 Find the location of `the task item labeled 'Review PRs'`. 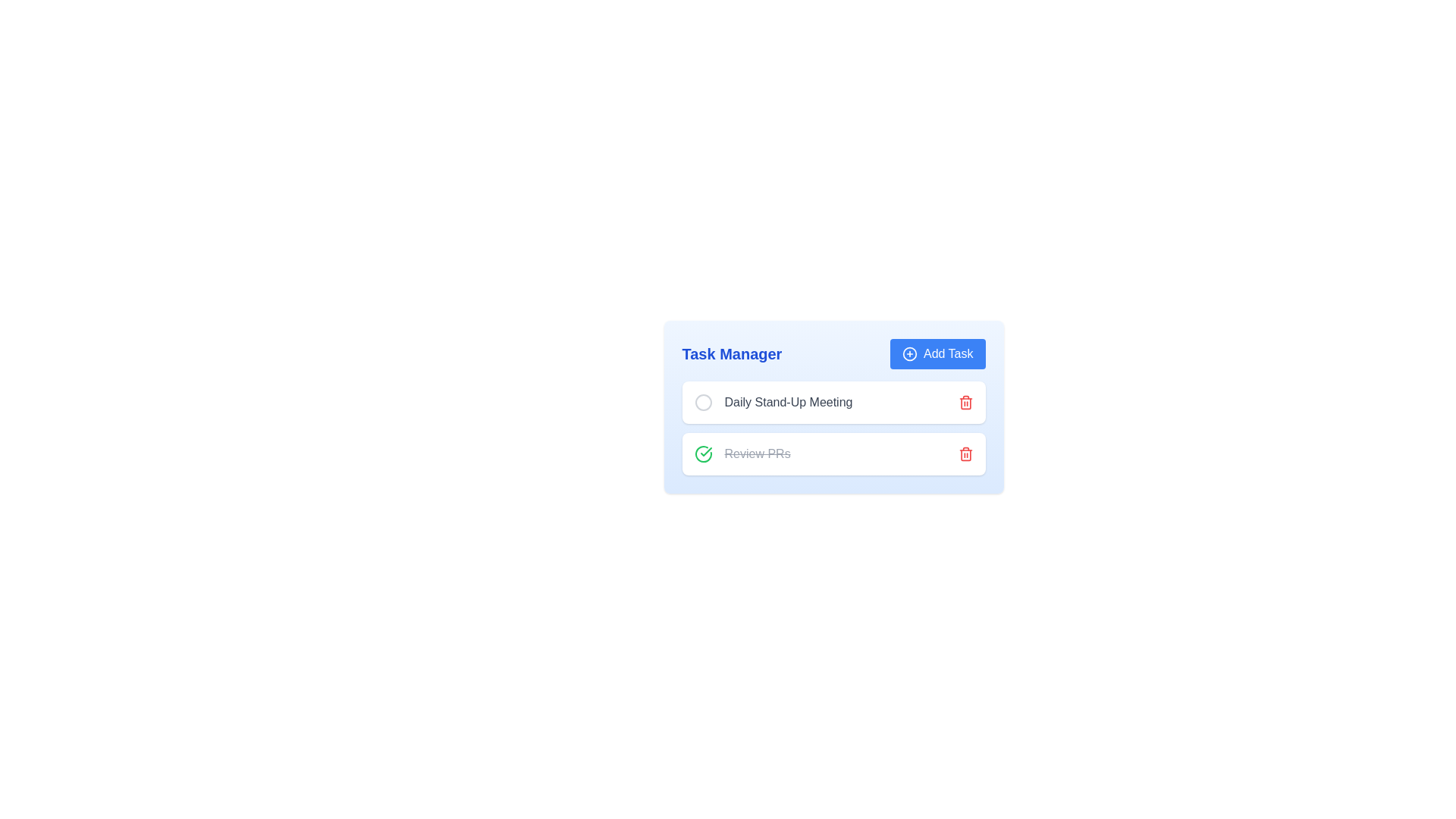

the task item labeled 'Review PRs' is located at coordinates (742, 453).